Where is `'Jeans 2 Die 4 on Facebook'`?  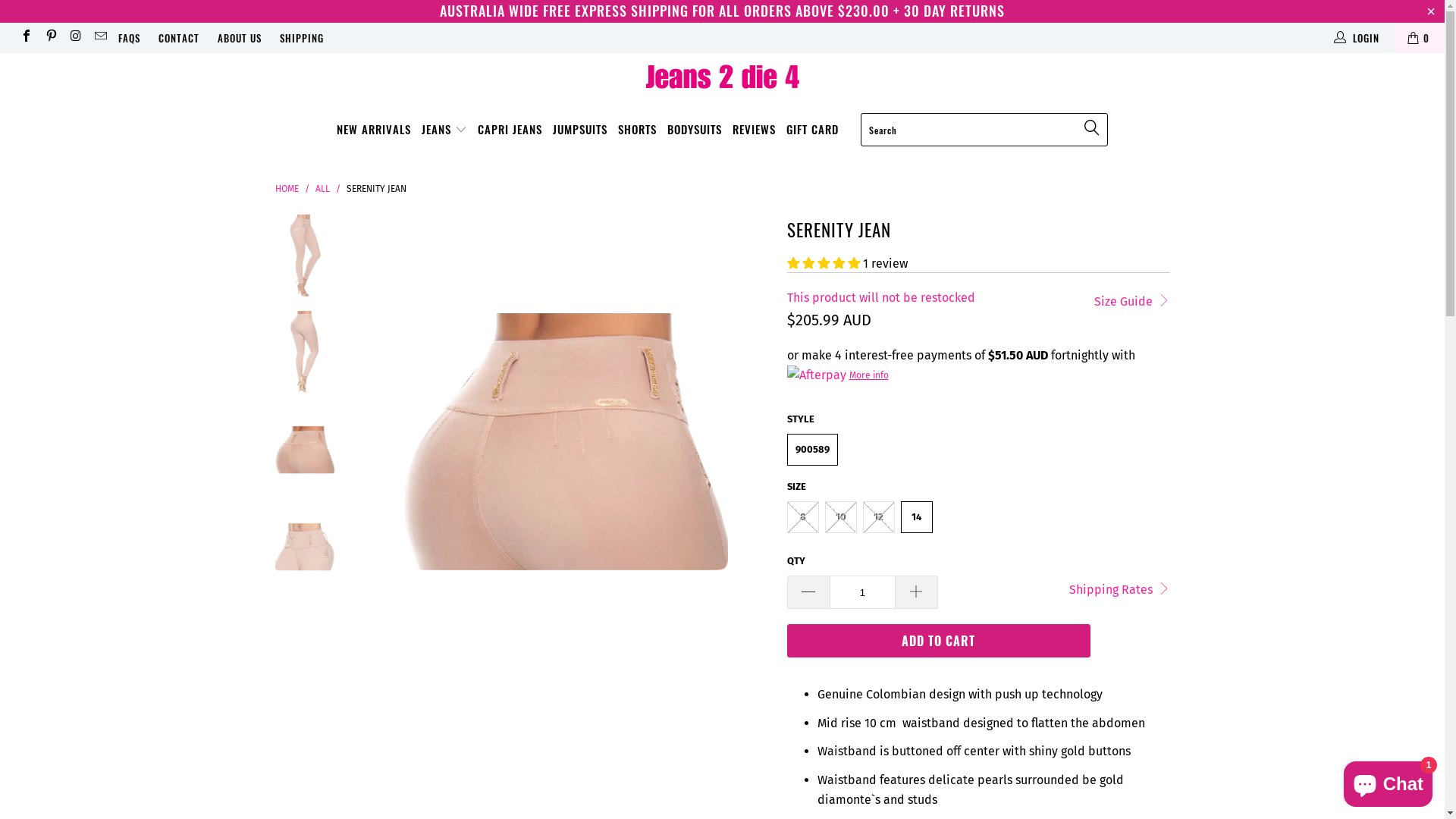 'Jeans 2 Die 4 on Facebook' is located at coordinates (25, 36).